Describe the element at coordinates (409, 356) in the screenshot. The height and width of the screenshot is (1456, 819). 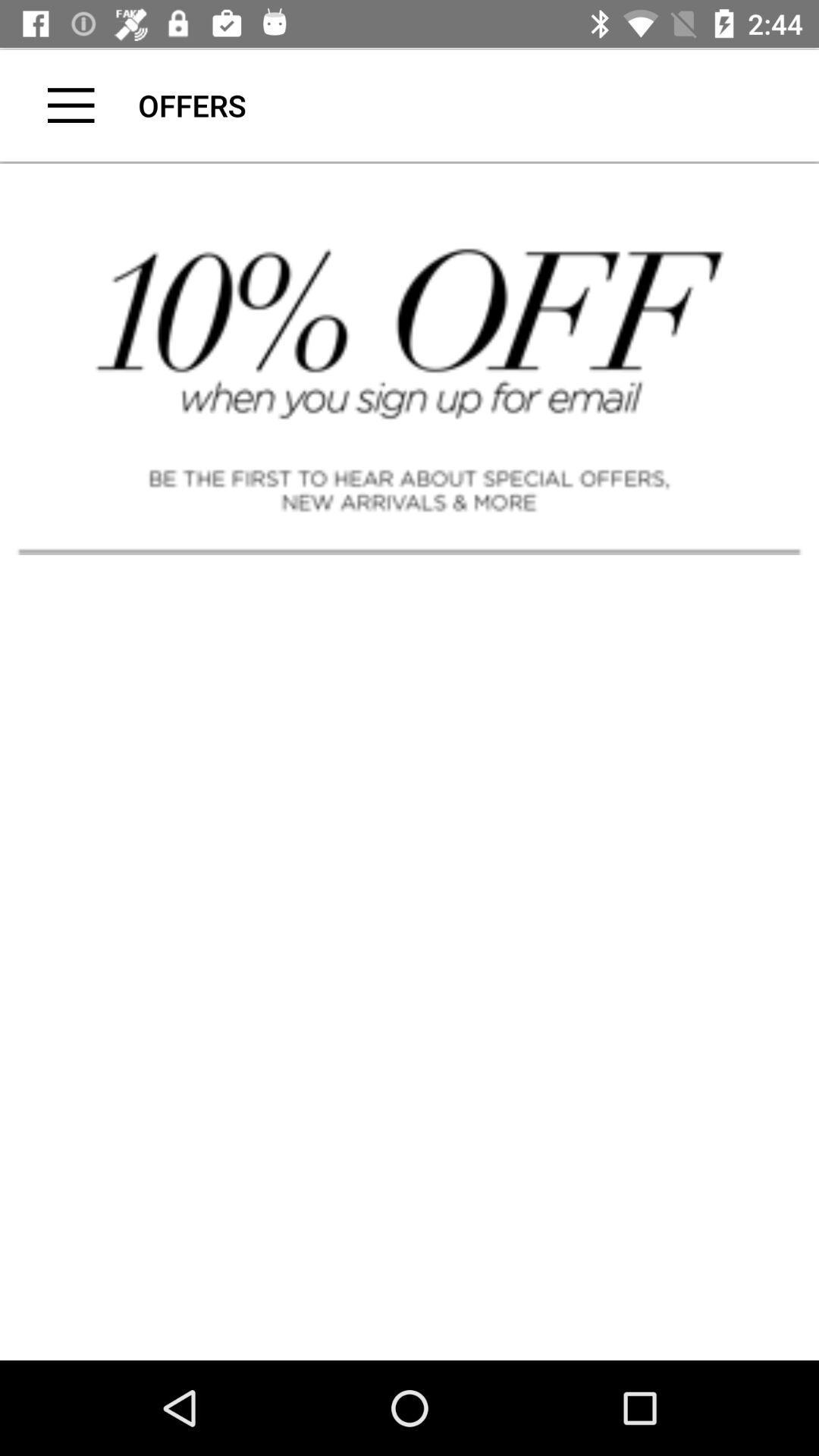
I see `advertisement` at that location.